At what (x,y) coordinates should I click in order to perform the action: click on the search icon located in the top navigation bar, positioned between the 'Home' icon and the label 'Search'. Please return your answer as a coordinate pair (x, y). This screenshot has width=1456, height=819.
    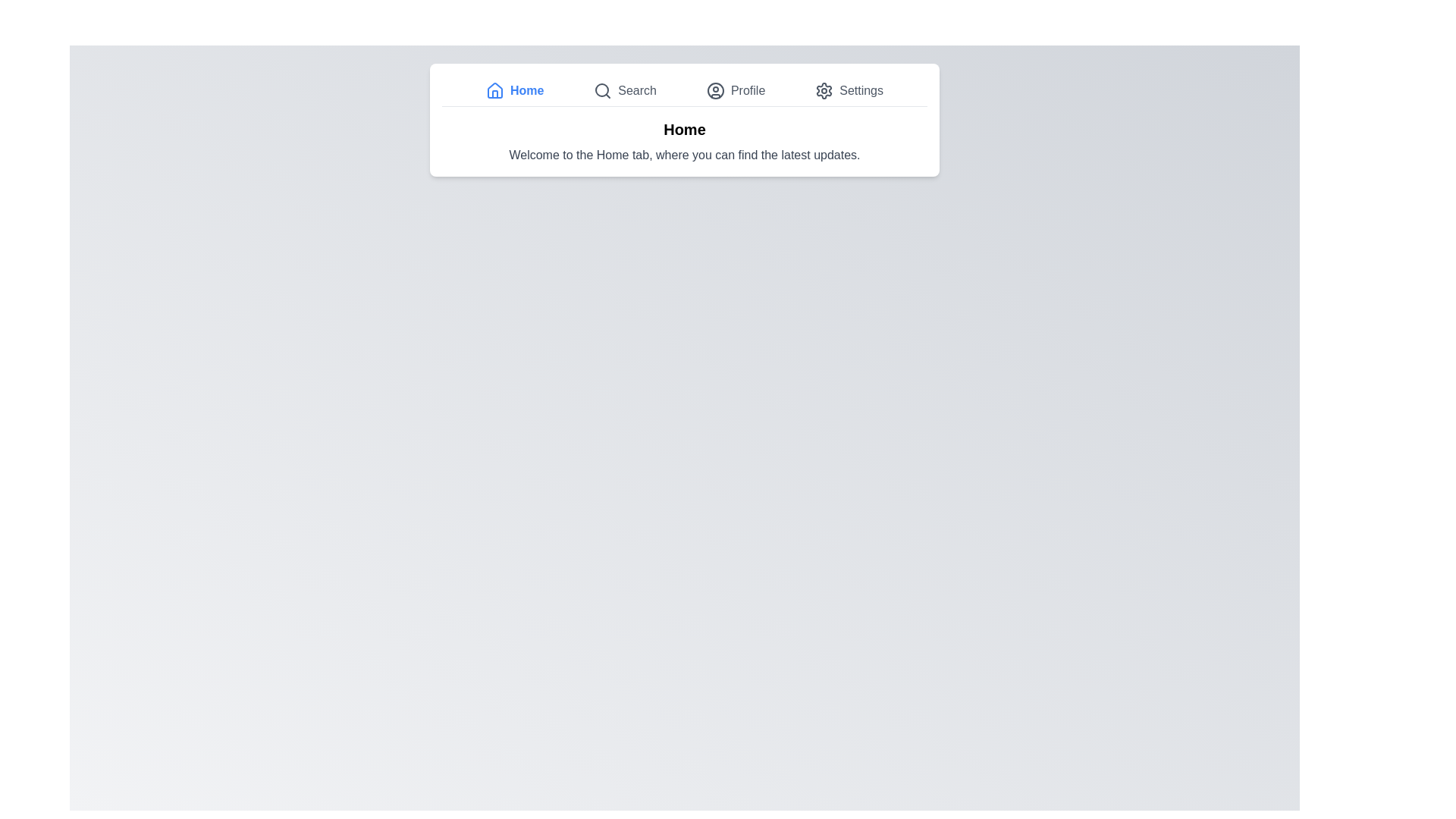
    Looking at the image, I should click on (602, 90).